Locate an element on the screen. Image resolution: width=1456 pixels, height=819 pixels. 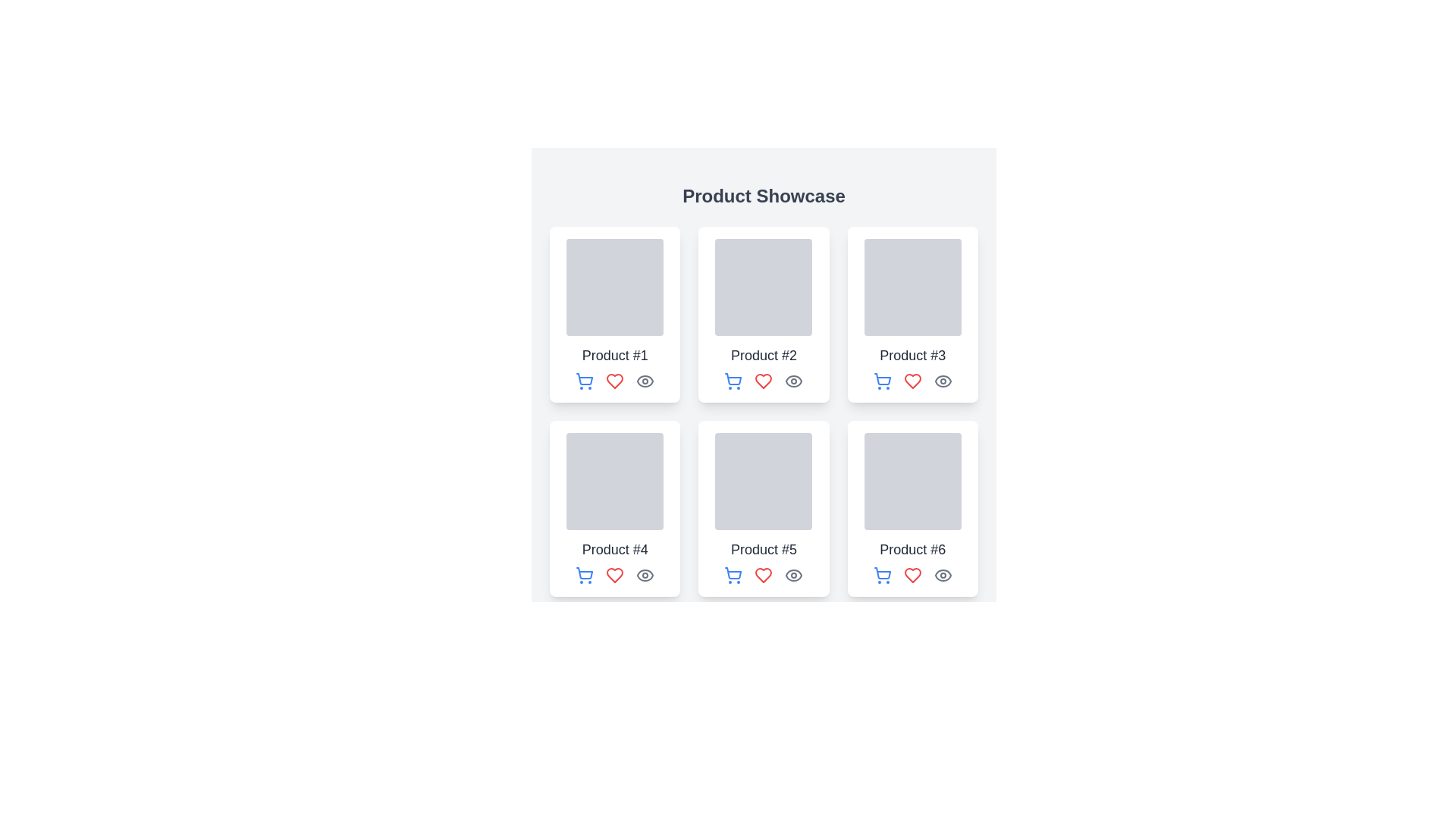
the product card representing 'Product #6' located in the second row and third column of the grid layout is located at coordinates (912, 509).